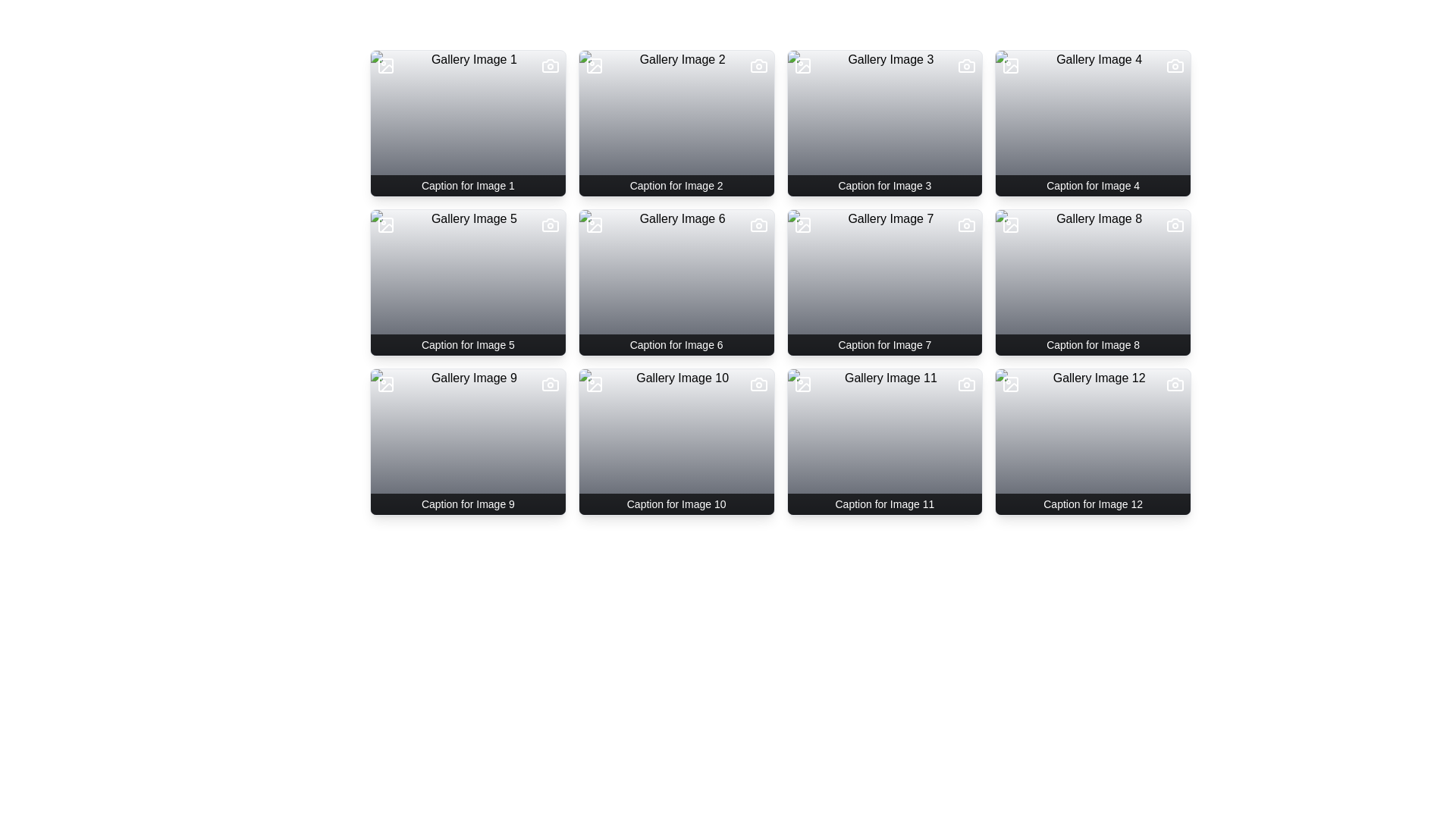 This screenshot has height=819, width=1456. Describe the element at coordinates (385, 225) in the screenshot. I see `the icon located` at that location.